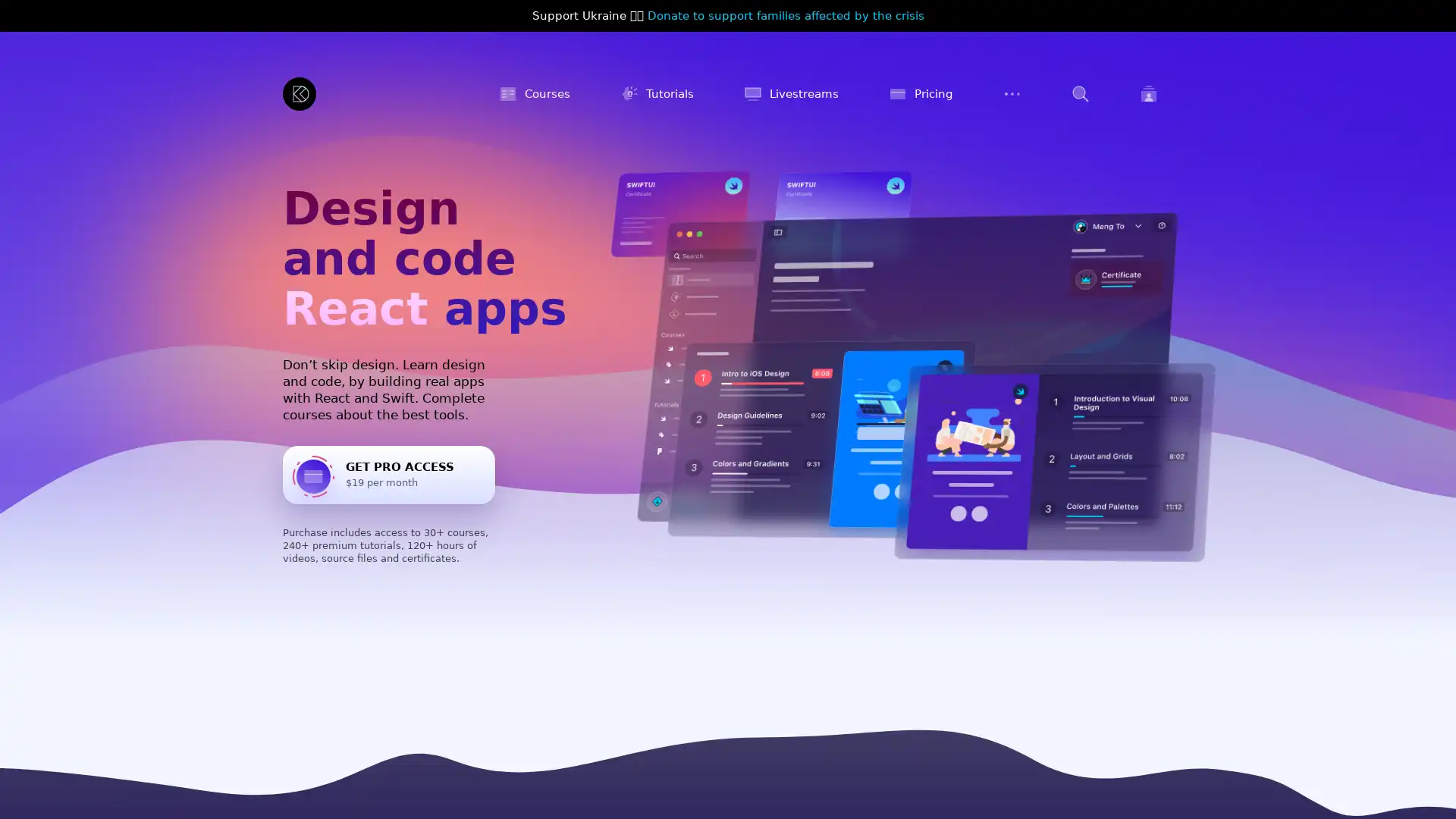 The width and height of the screenshot is (1456, 819). I want to click on Tutorials icon Tutorials, so click(657, 93).